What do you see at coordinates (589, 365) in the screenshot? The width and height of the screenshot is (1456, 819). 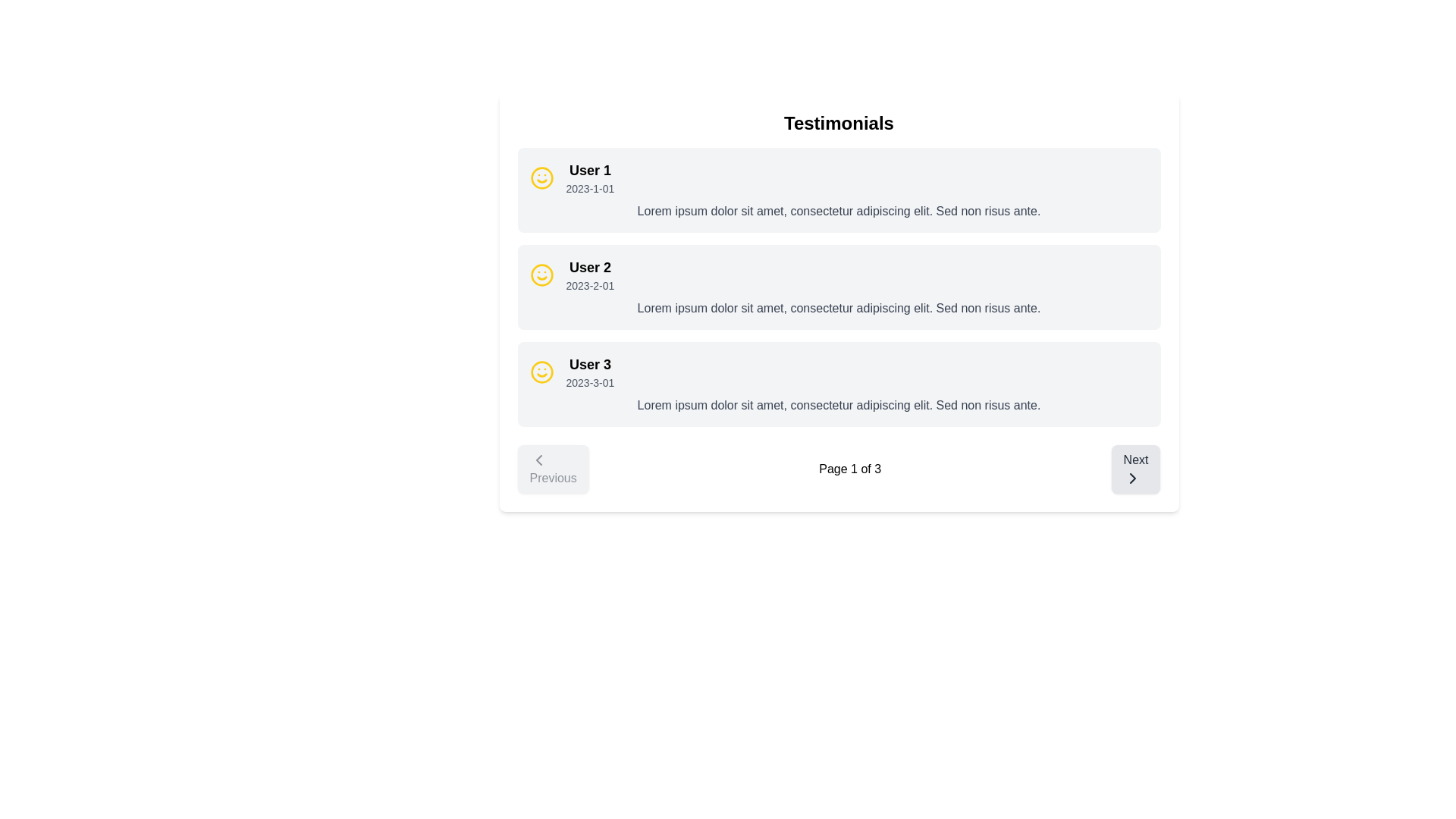 I see `the text label that serves as the heading for the third testimonial entry, located to the left of the date '2023-3-01'` at bounding box center [589, 365].